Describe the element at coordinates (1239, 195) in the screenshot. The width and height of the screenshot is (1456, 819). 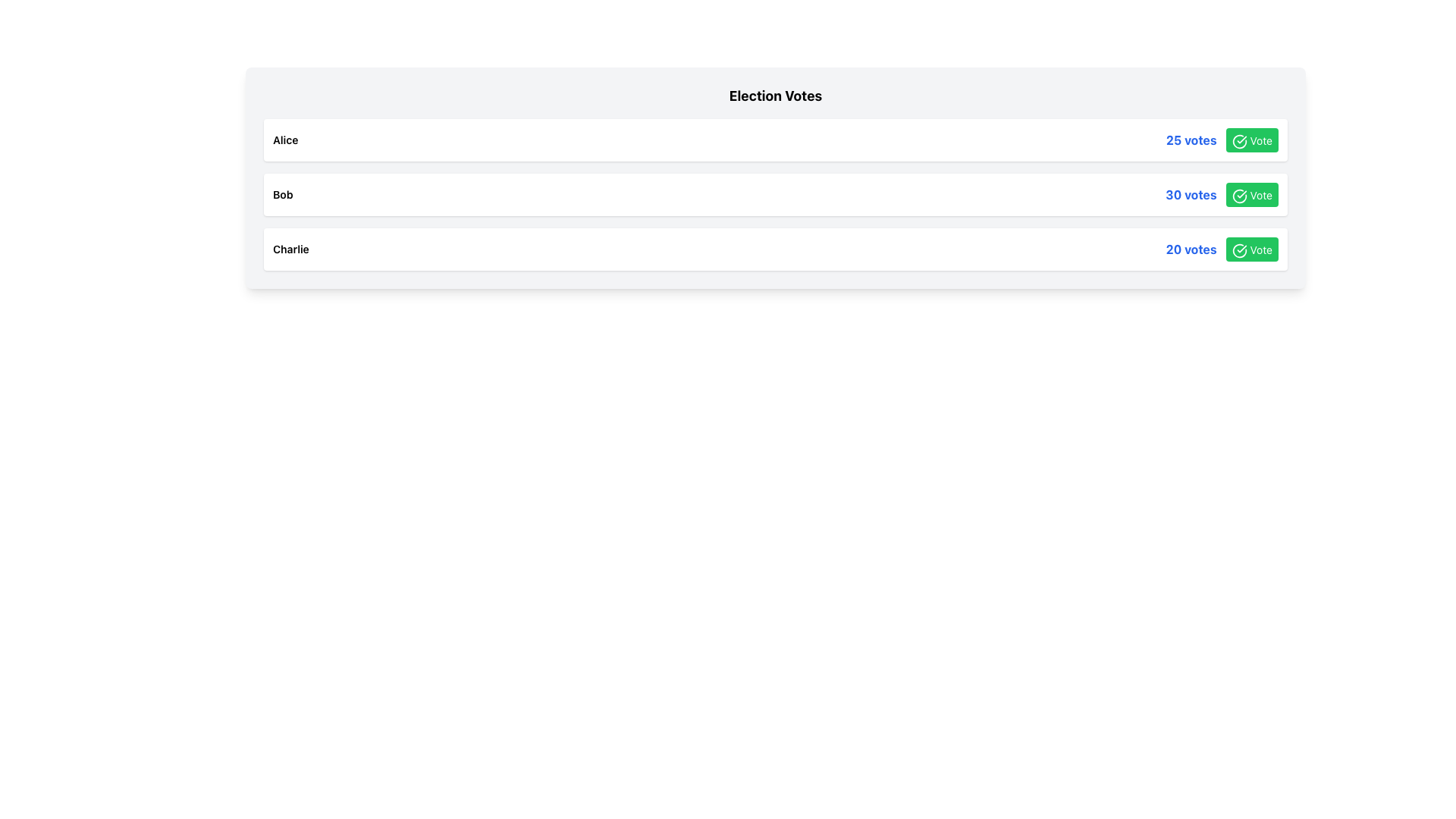
I see `the leftmost confirmation icon within the green 'Vote' button located in the last row of the election votes list` at that location.